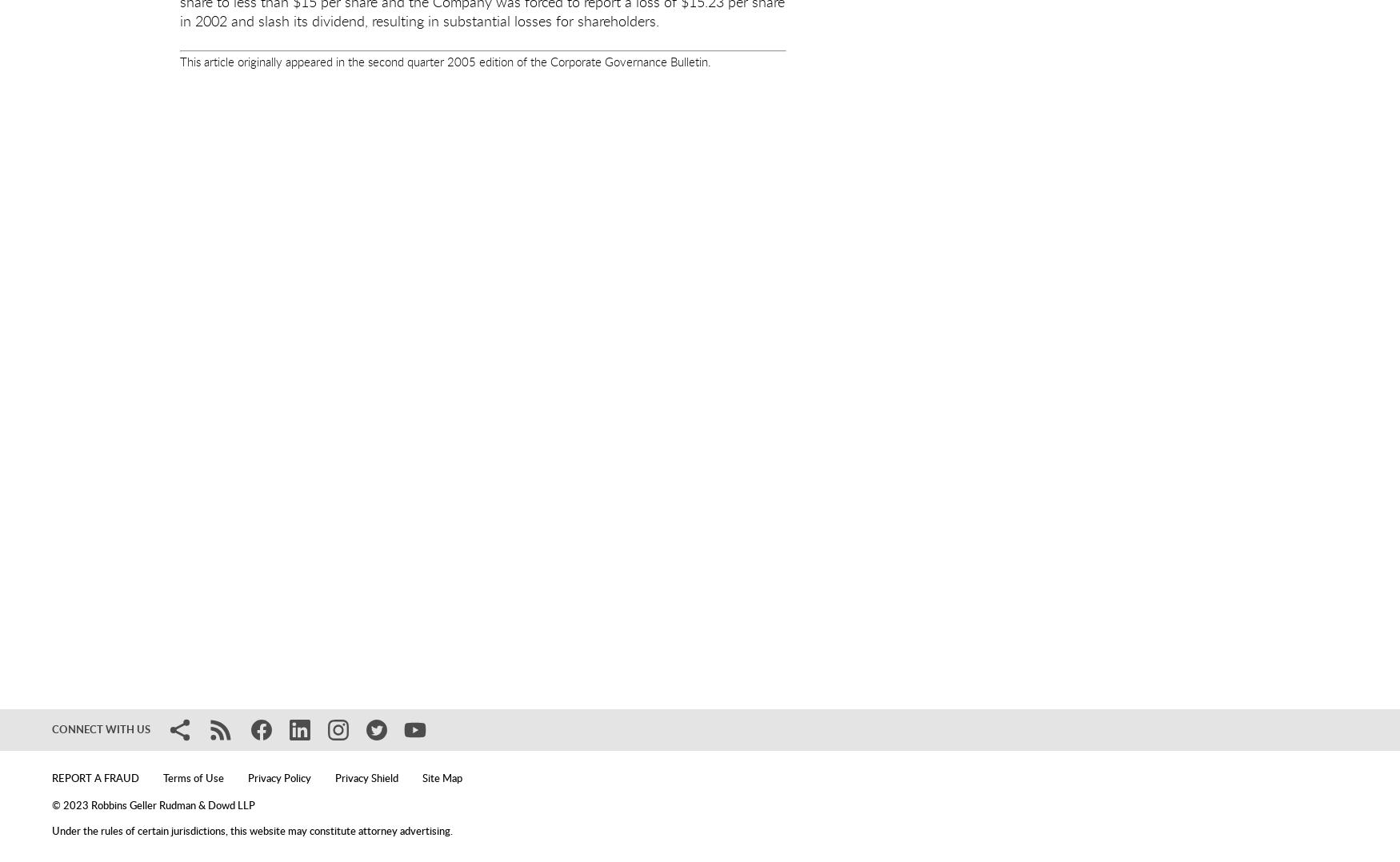  Describe the element at coordinates (100, 729) in the screenshot. I see `'Connect With Us'` at that location.